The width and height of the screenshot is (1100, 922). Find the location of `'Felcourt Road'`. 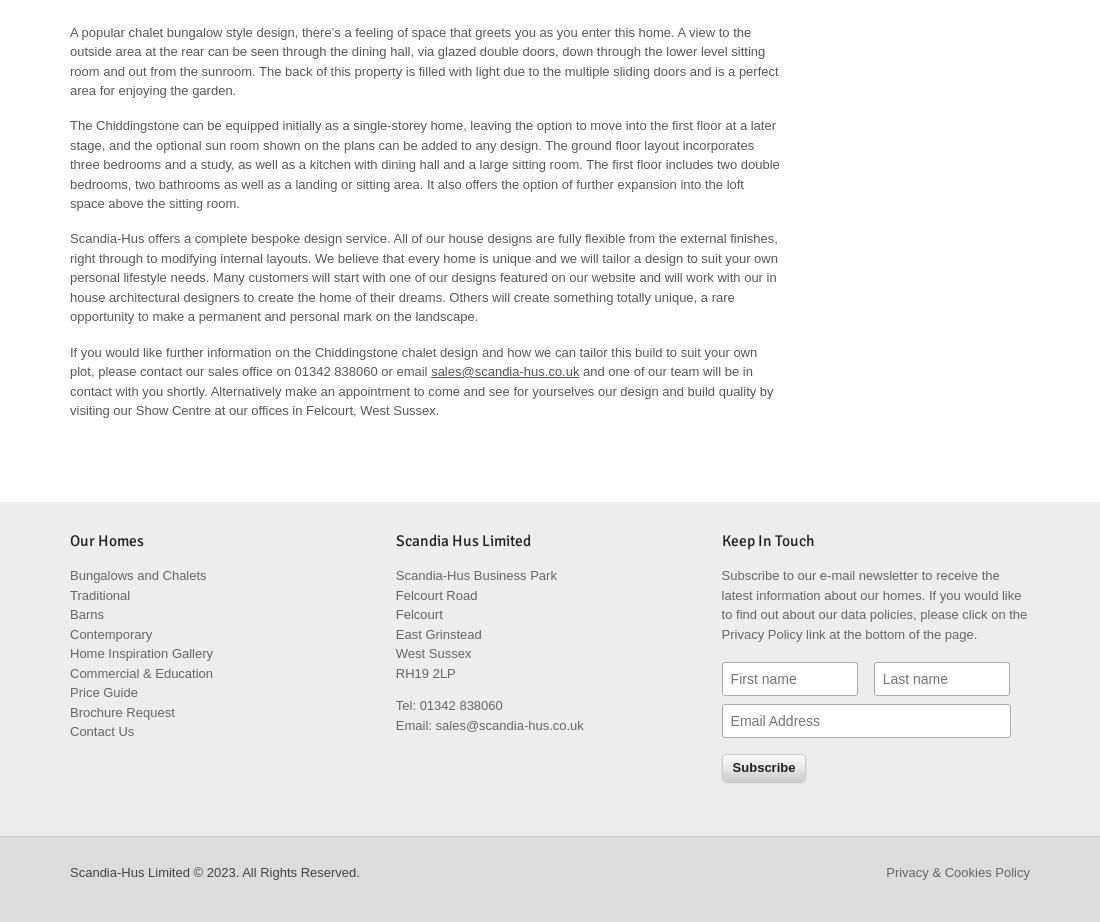

'Felcourt Road' is located at coordinates (435, 594).